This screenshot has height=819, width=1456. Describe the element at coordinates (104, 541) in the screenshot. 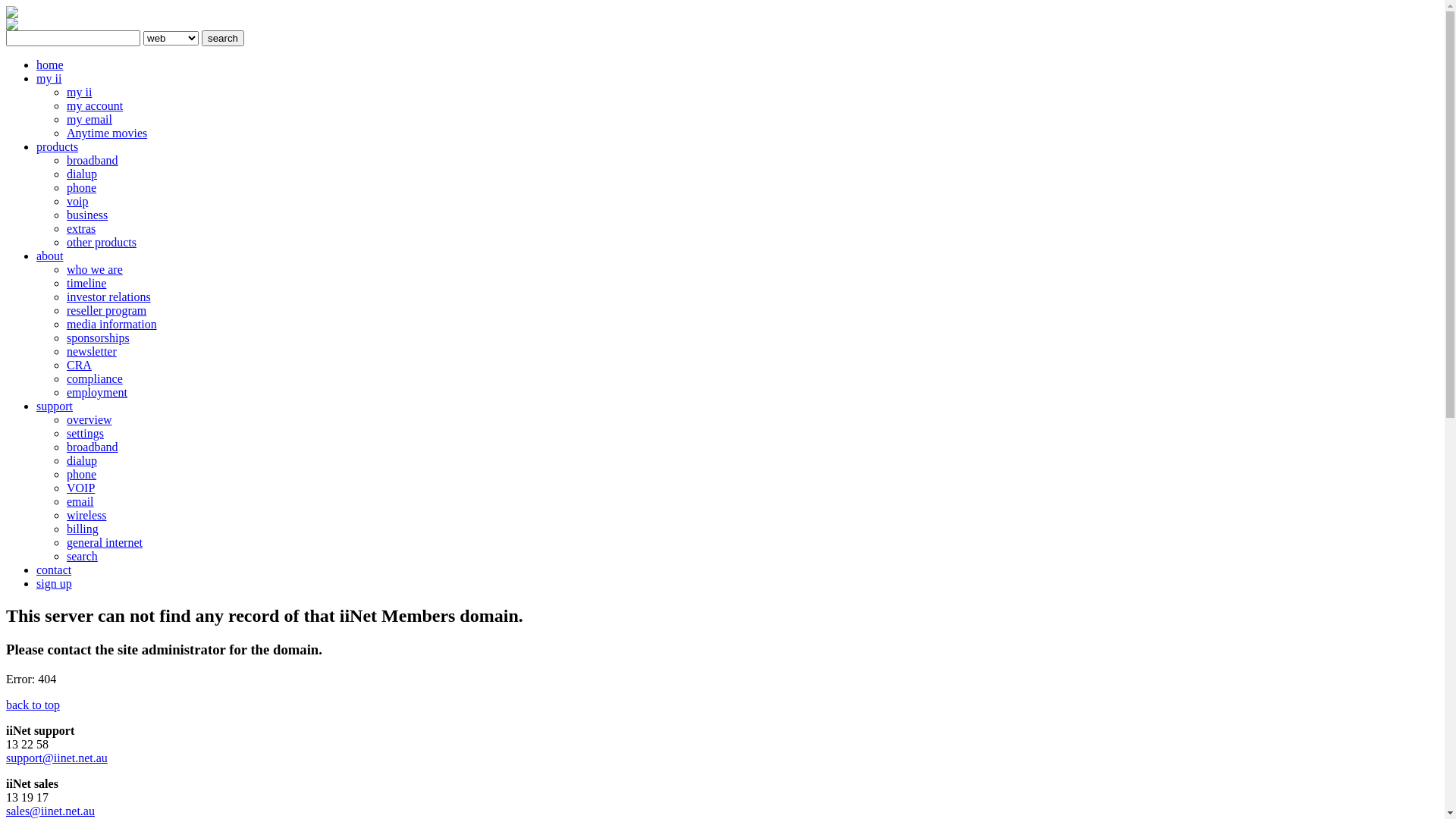

I see `'general internet'` at that location.